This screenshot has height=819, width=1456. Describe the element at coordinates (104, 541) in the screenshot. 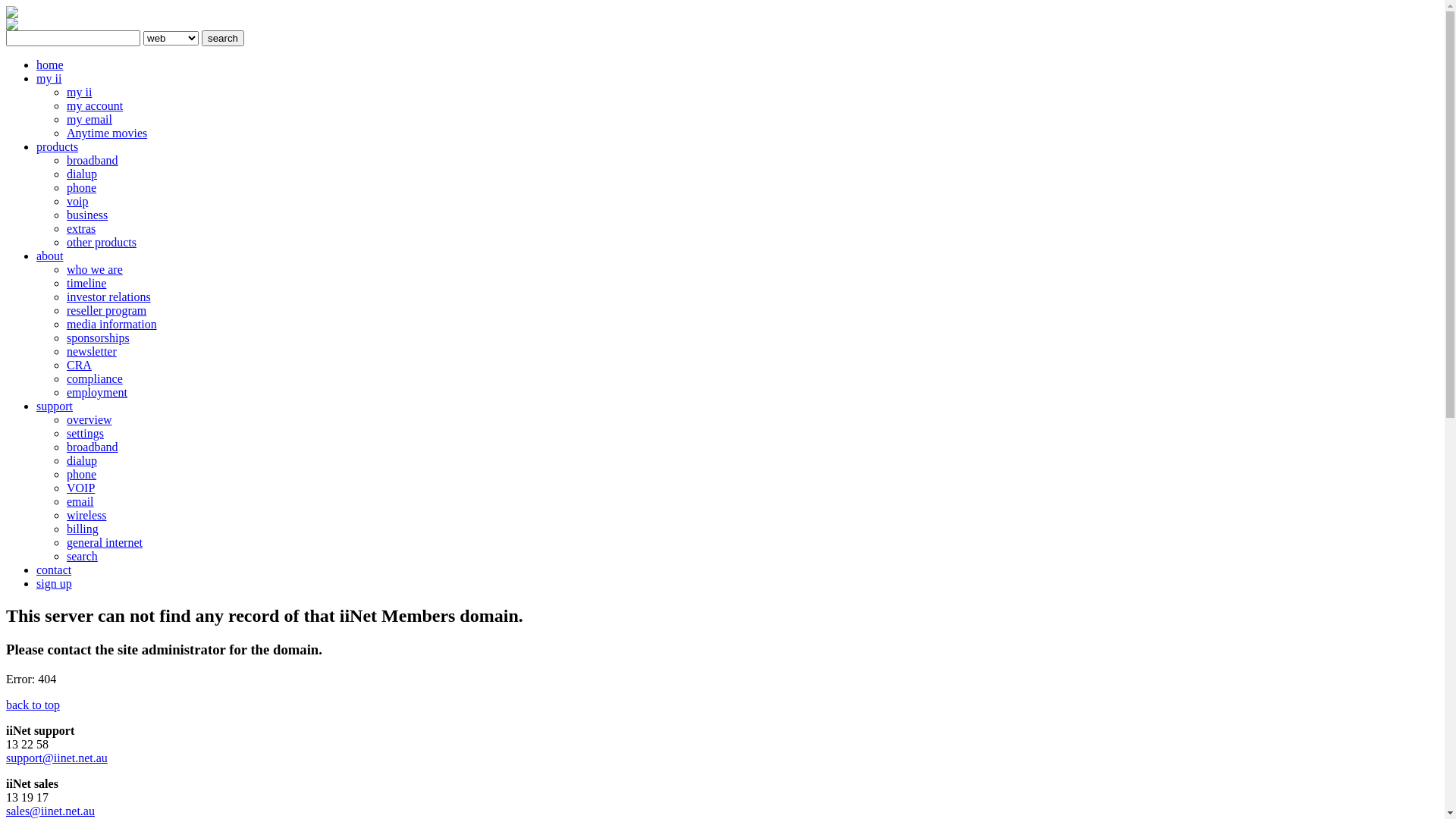

I see `'general internet'` at that location.